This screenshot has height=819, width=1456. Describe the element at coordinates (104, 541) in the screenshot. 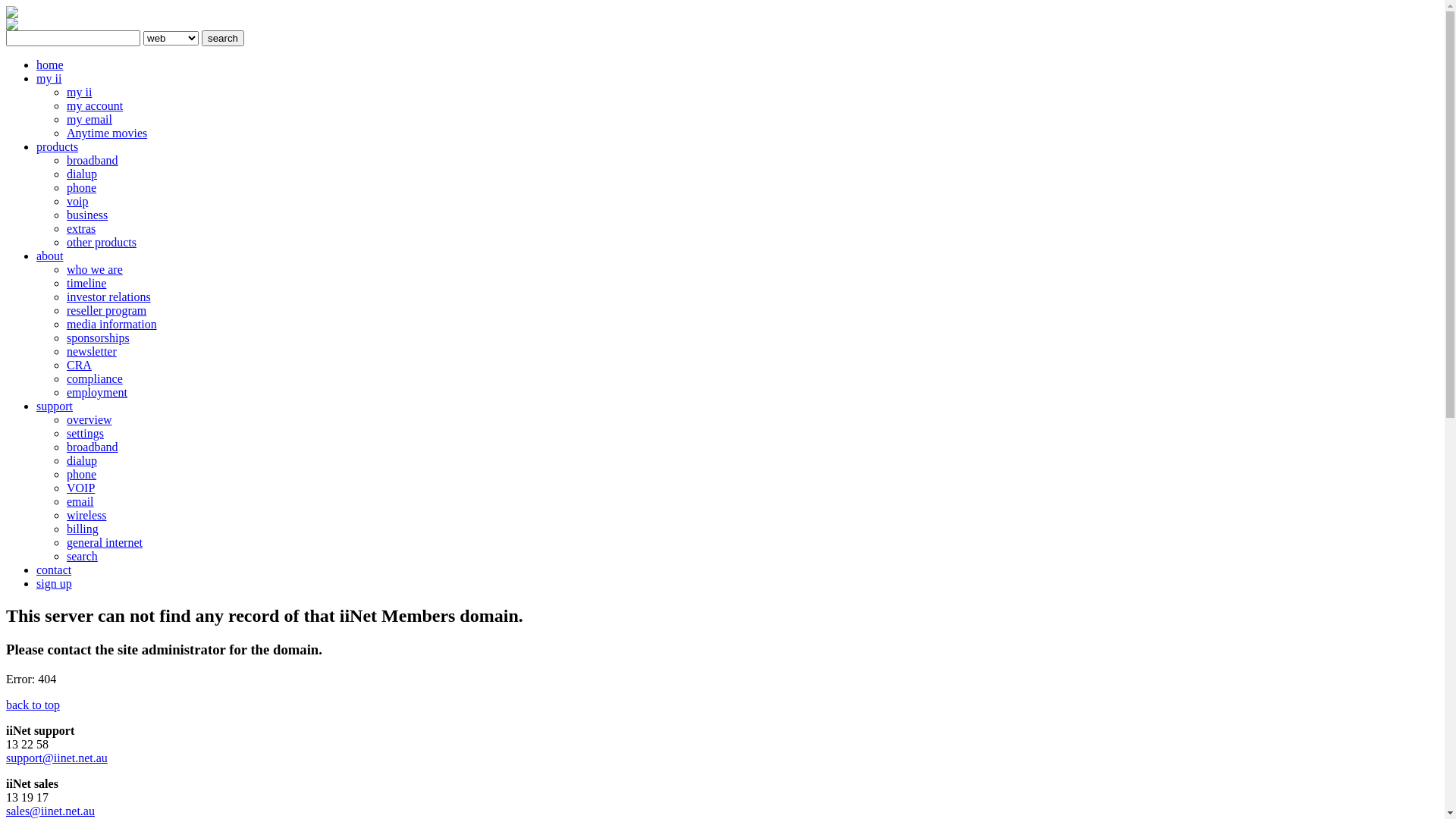

I see `'general internet'` at that location.